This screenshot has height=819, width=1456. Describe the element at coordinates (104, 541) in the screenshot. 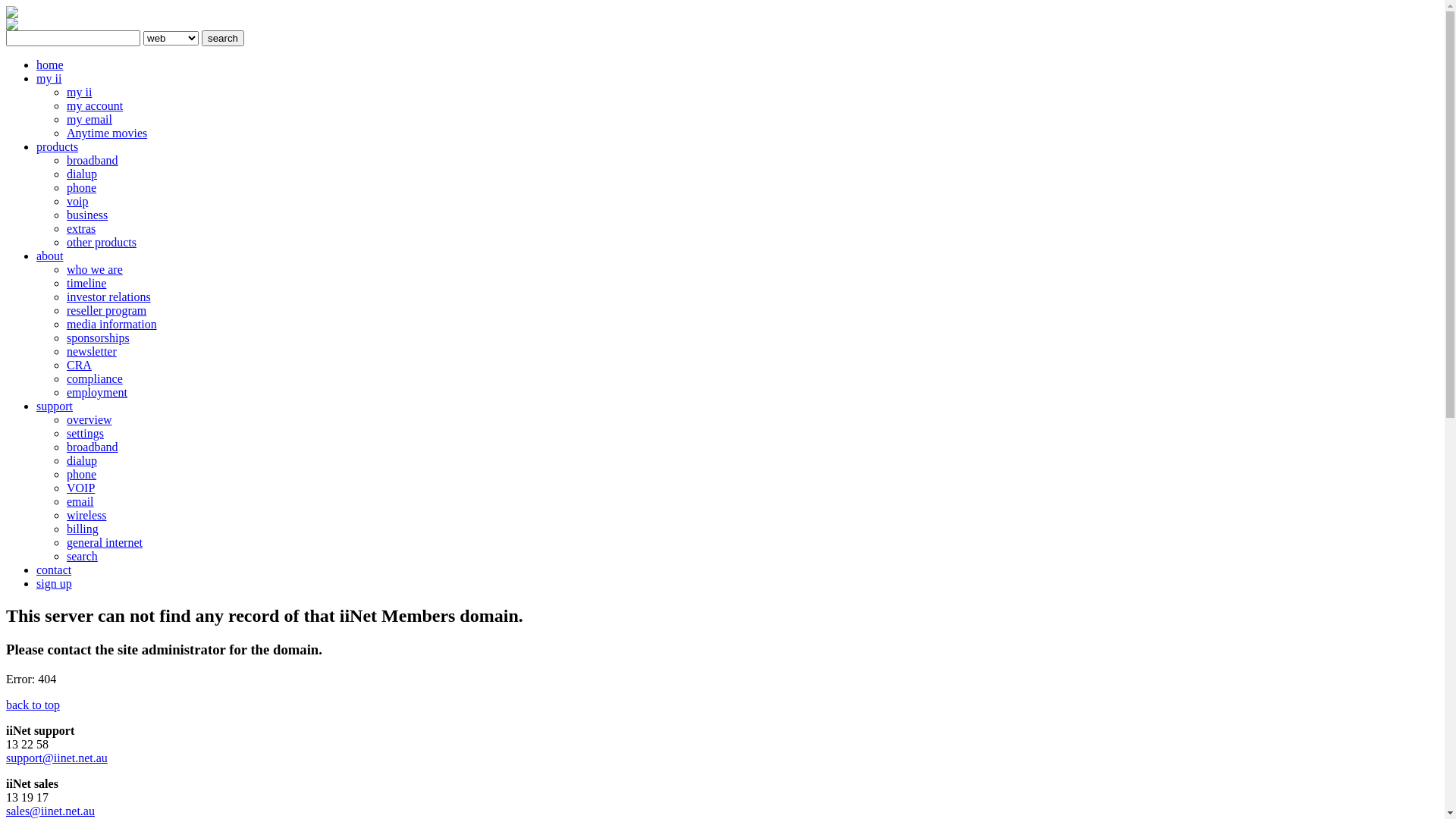

I see `'general internet'` at that location.